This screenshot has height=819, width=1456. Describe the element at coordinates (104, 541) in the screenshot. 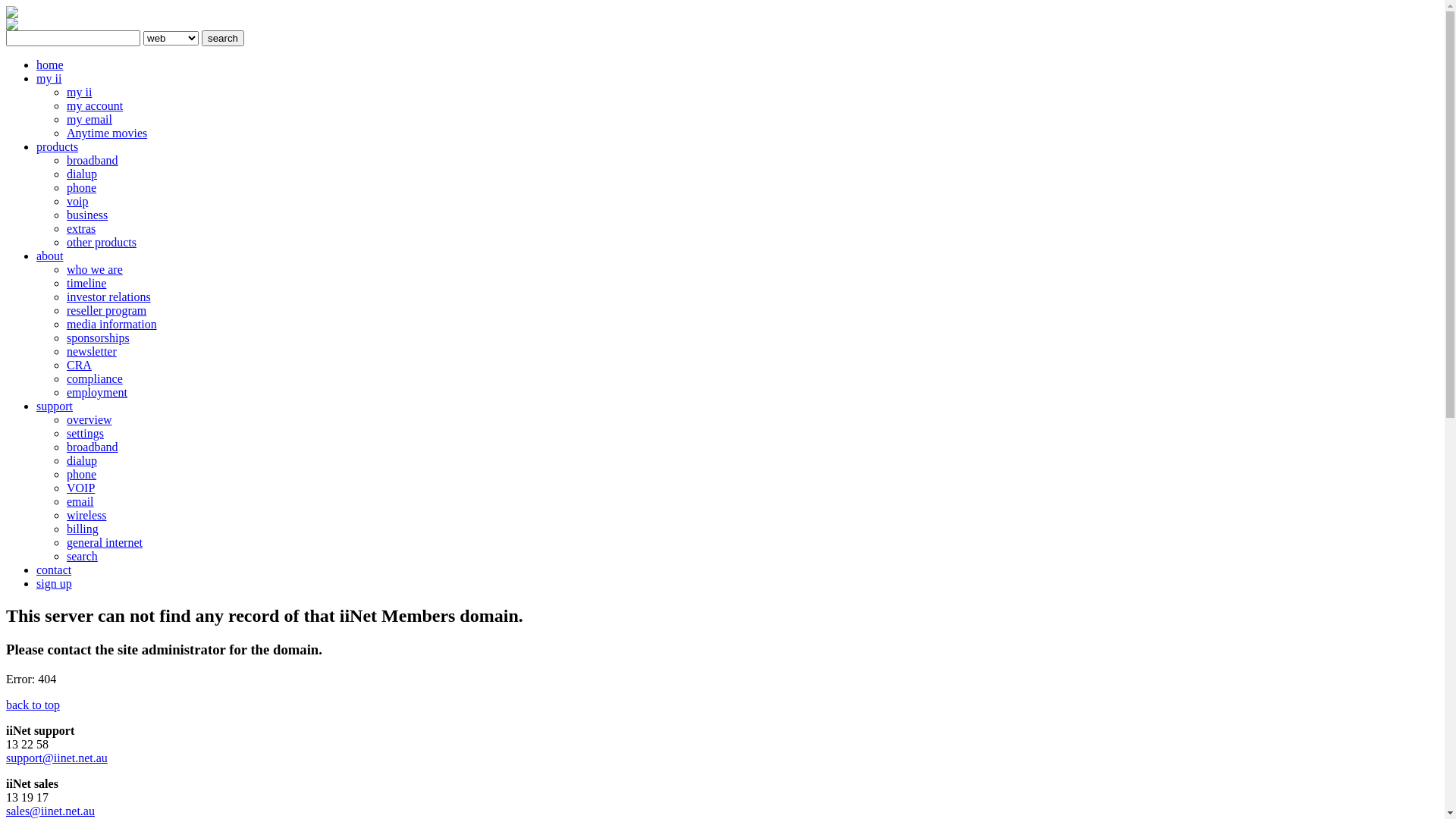

I see `'general internet'` at that location.